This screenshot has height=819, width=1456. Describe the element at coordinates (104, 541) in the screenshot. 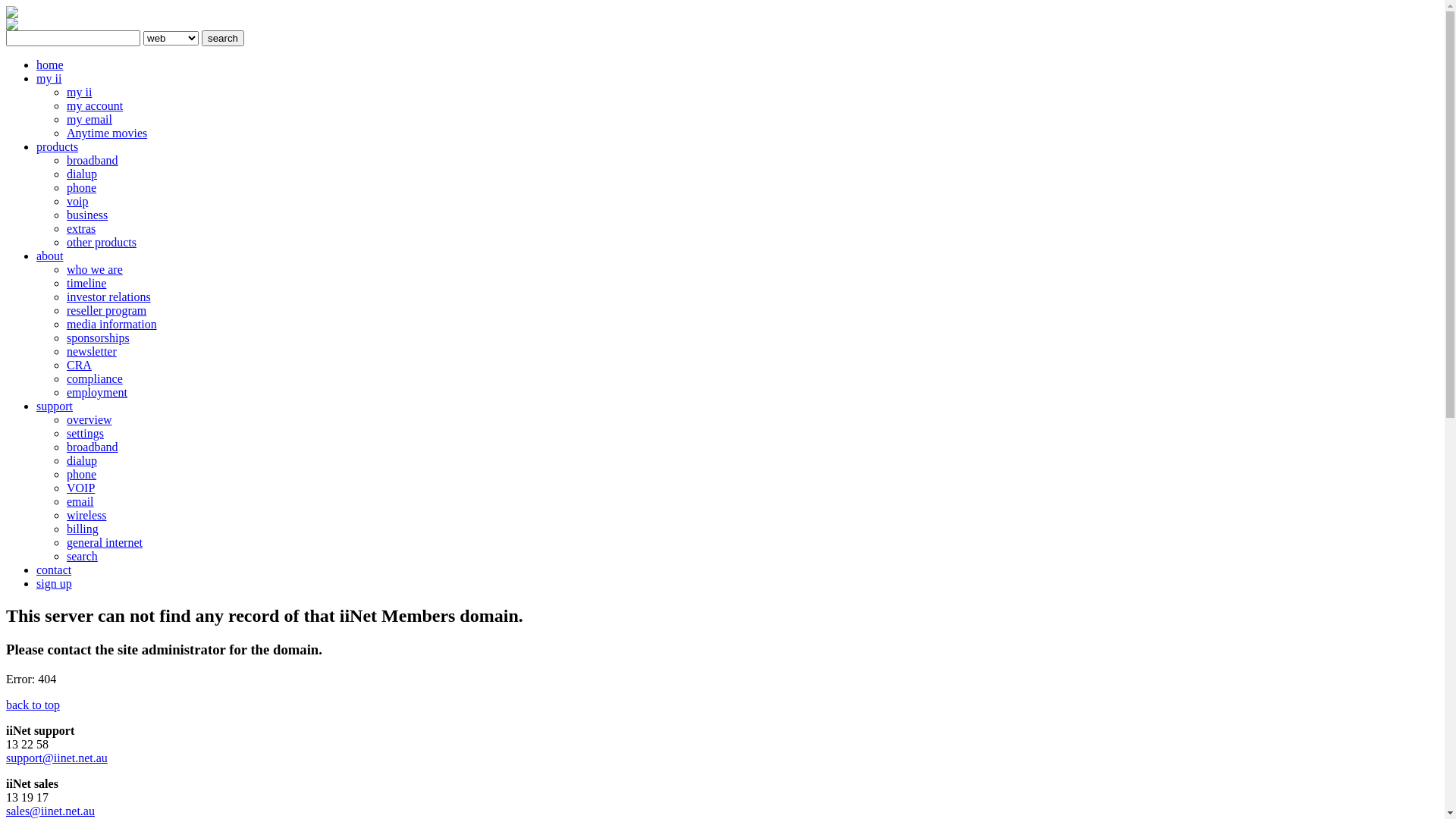

I see `'general internet'` at that location.